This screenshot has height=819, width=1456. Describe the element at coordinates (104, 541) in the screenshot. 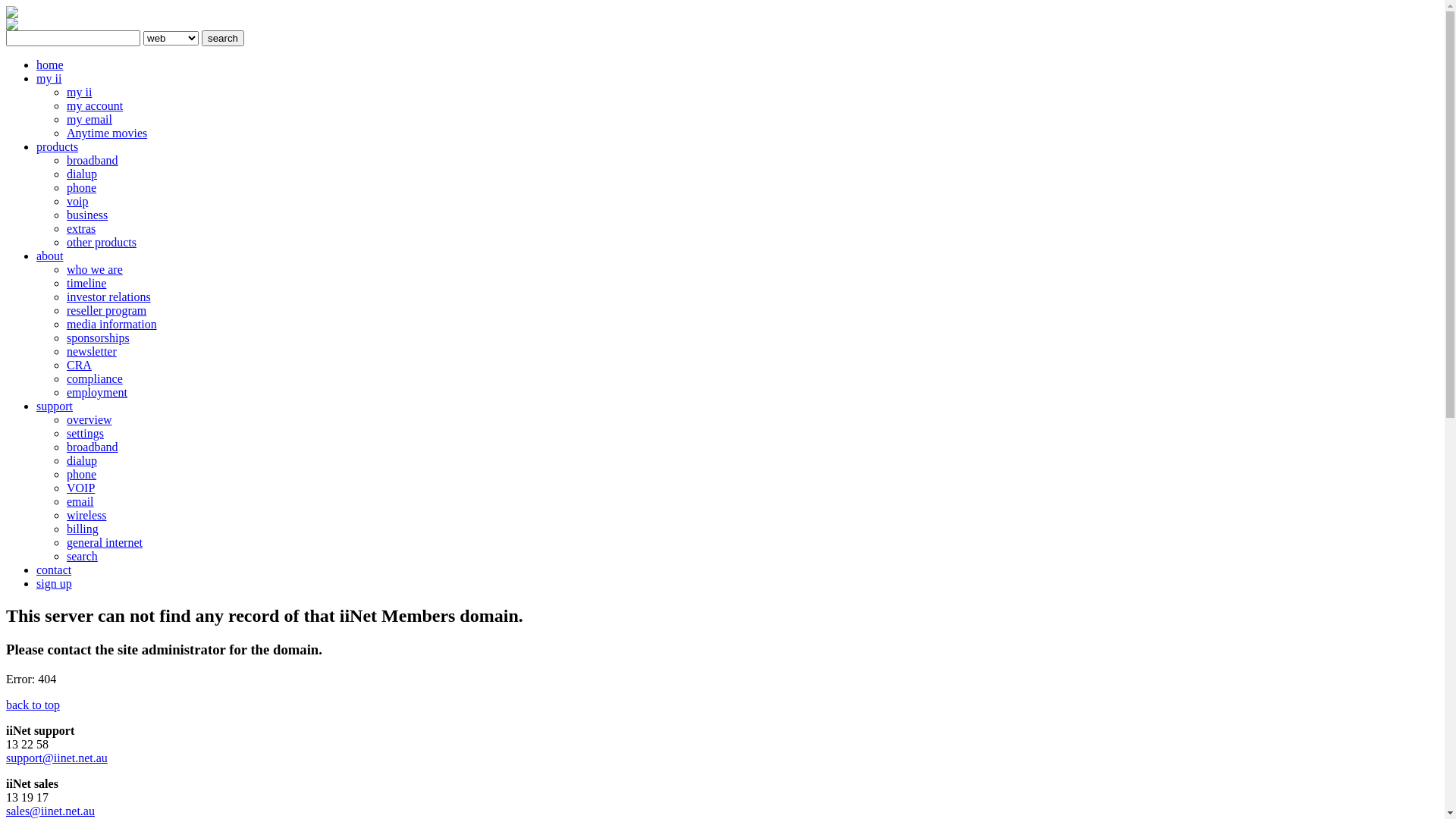

I see `'general internet'` at that location.